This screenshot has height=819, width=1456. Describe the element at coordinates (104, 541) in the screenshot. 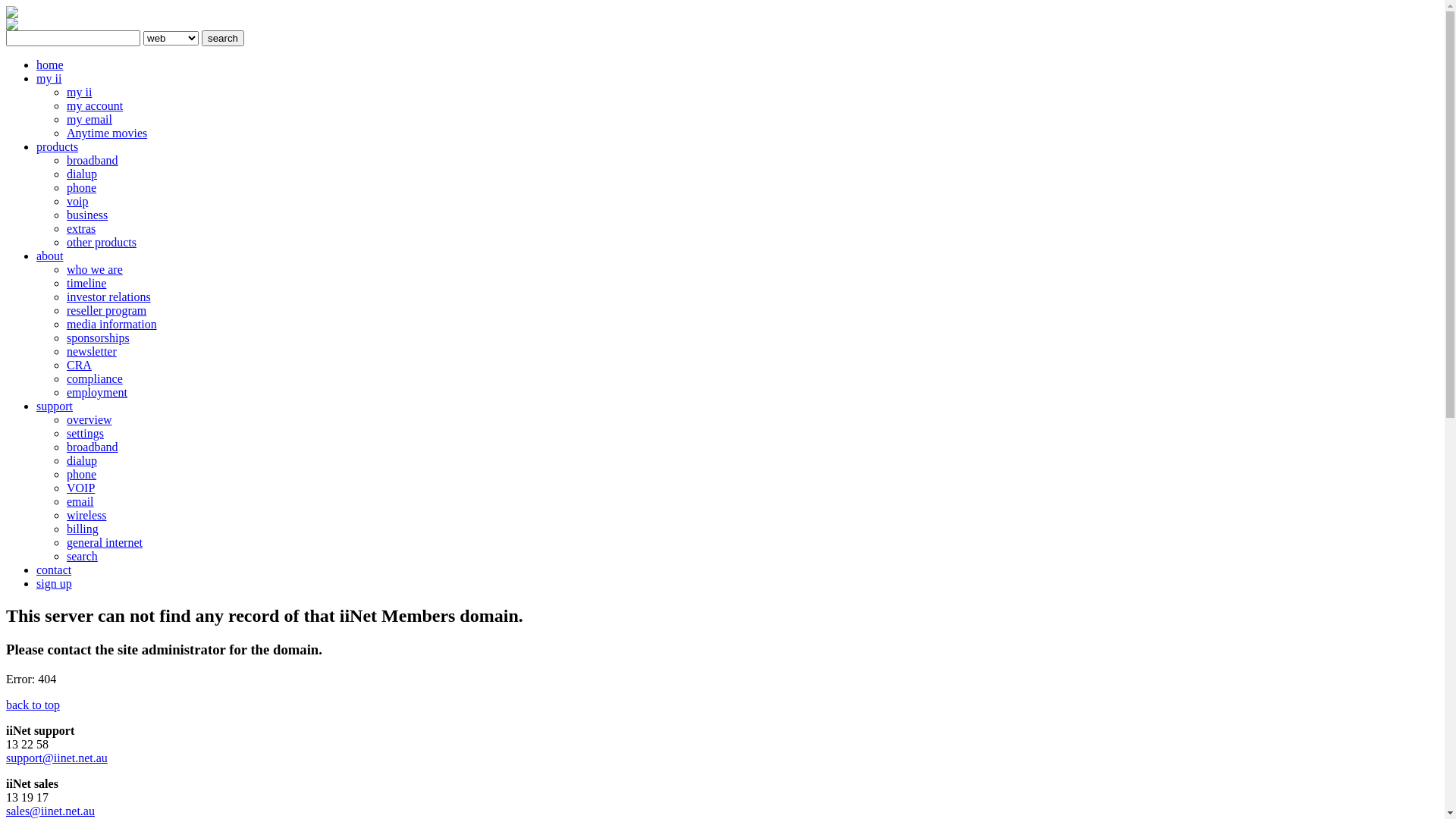

I see `'general internet'` at that location.